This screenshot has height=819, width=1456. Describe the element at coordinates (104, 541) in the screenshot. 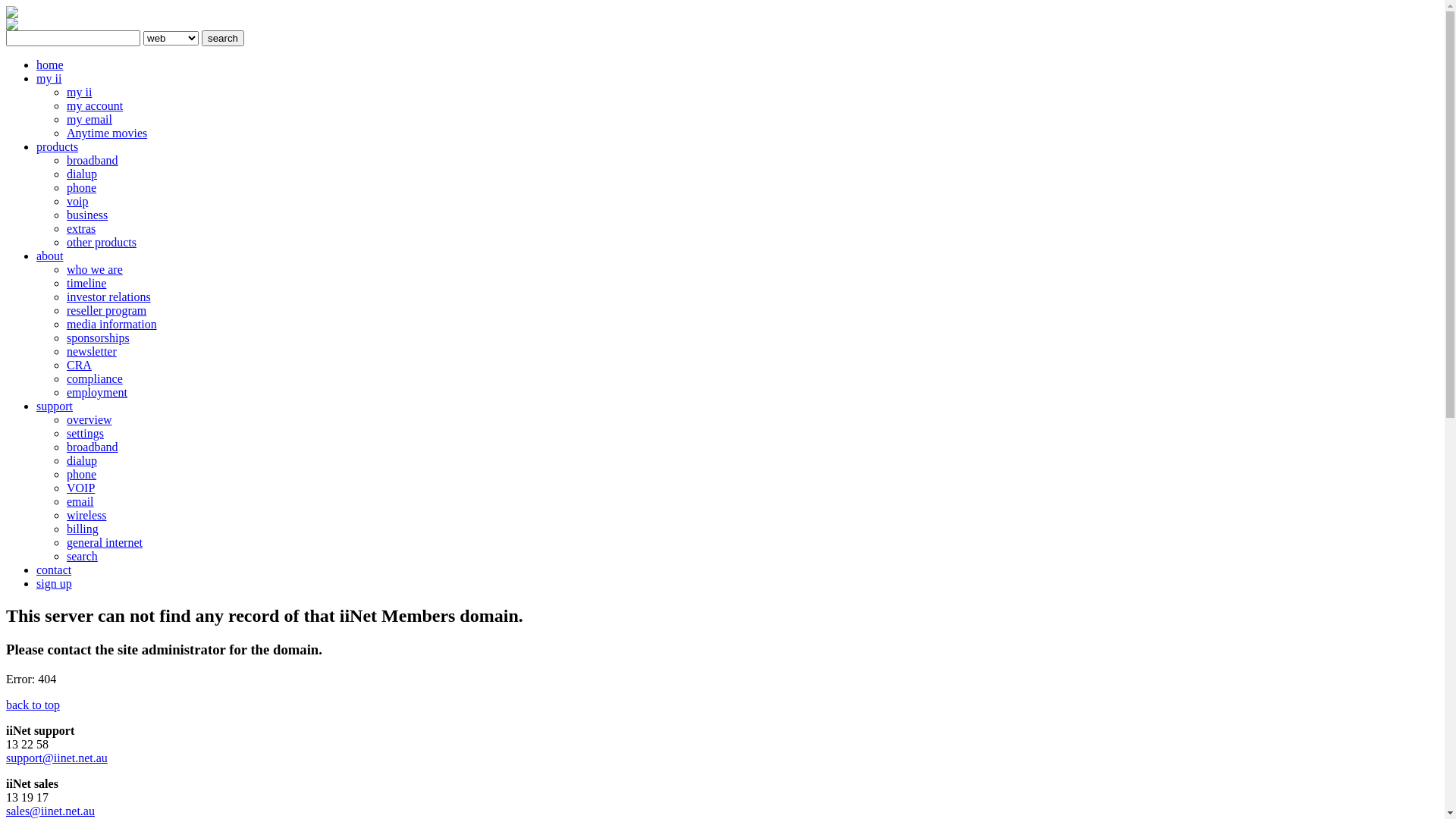

I see `'general internet'` at that location.